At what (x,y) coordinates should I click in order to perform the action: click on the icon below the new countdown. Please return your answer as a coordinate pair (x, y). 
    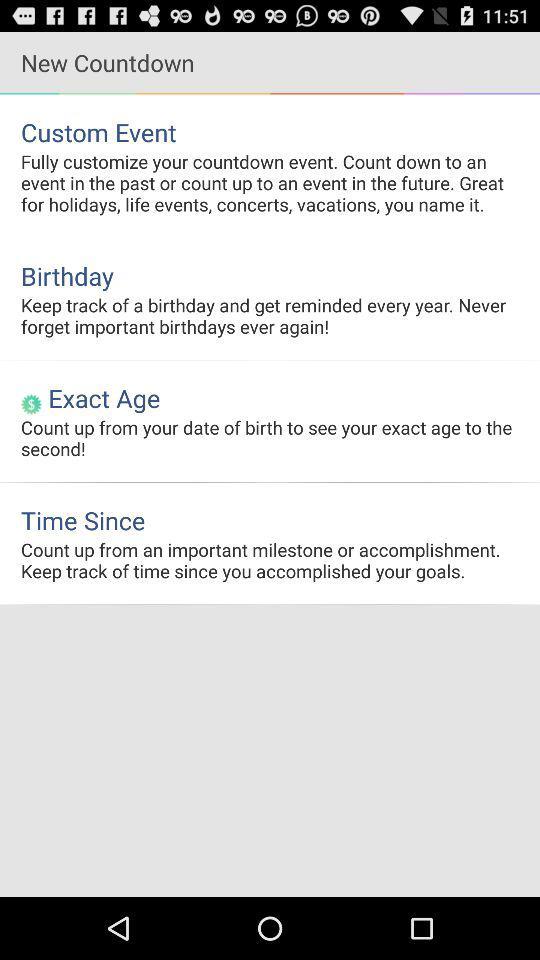
    Looking at the image, I should click on (270, 131).